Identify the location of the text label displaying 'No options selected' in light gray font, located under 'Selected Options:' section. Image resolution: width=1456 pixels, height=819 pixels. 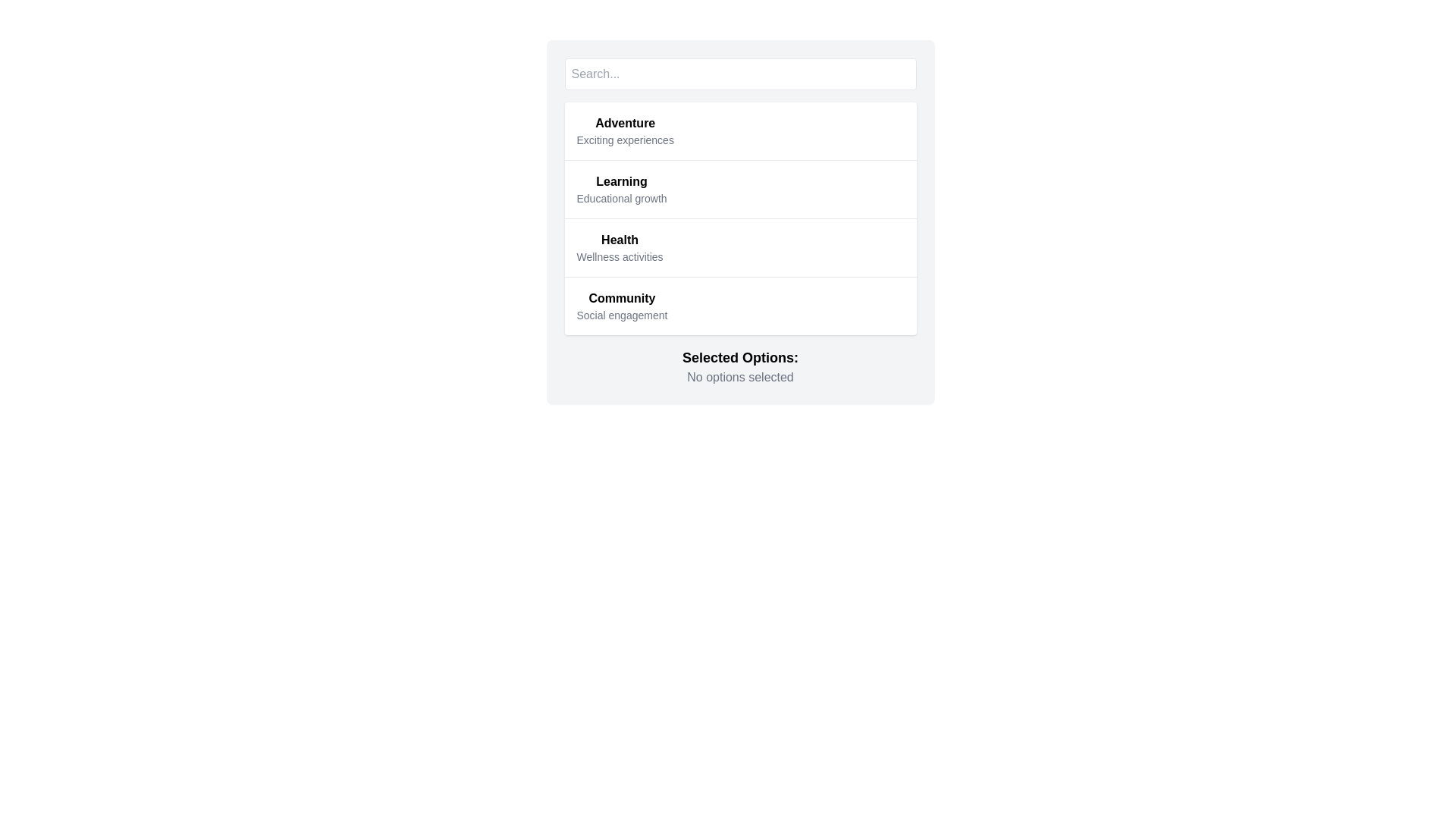
(740, 376).